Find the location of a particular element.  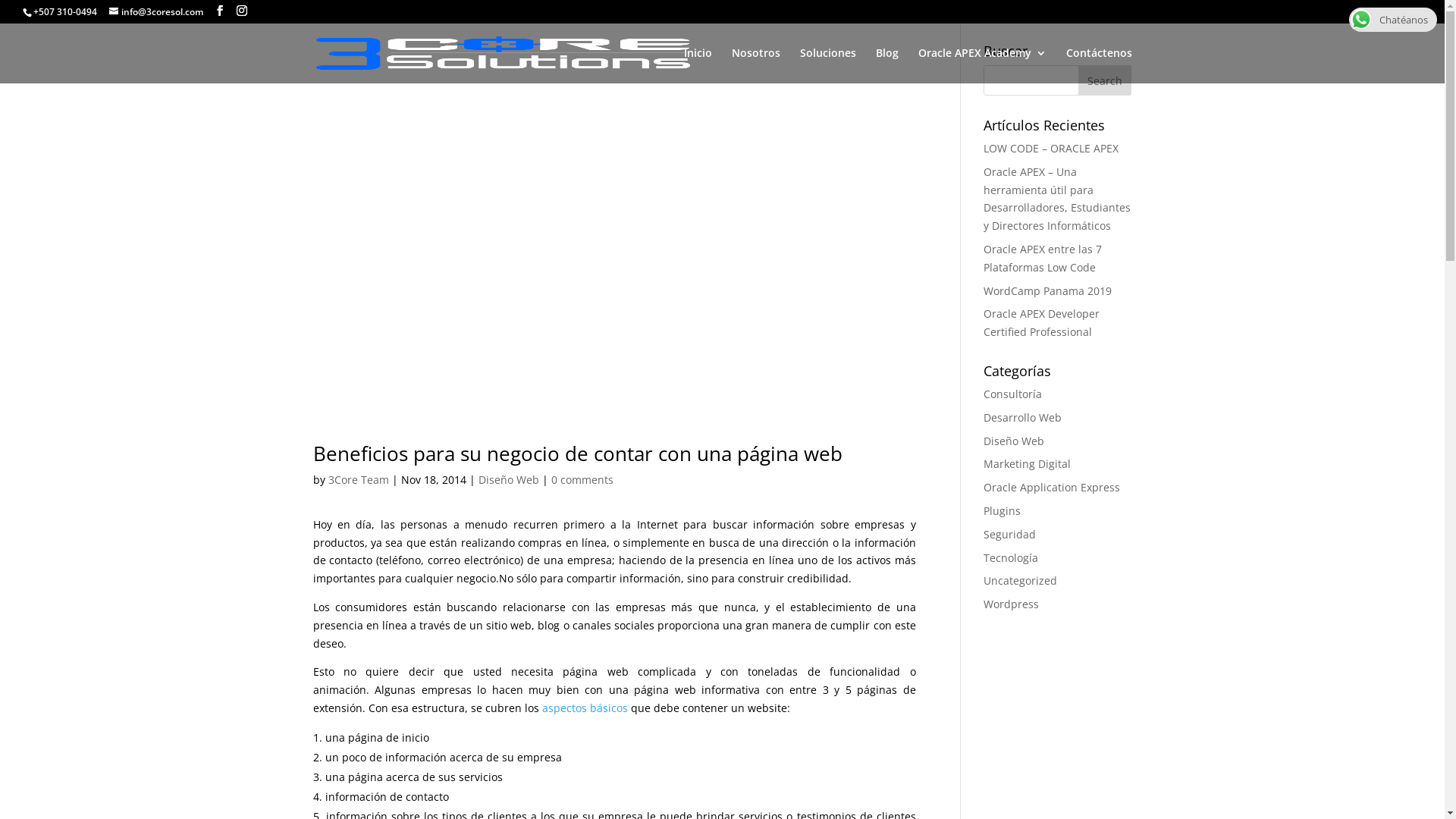

'Nosotros' is located at coordinates (755, 64).